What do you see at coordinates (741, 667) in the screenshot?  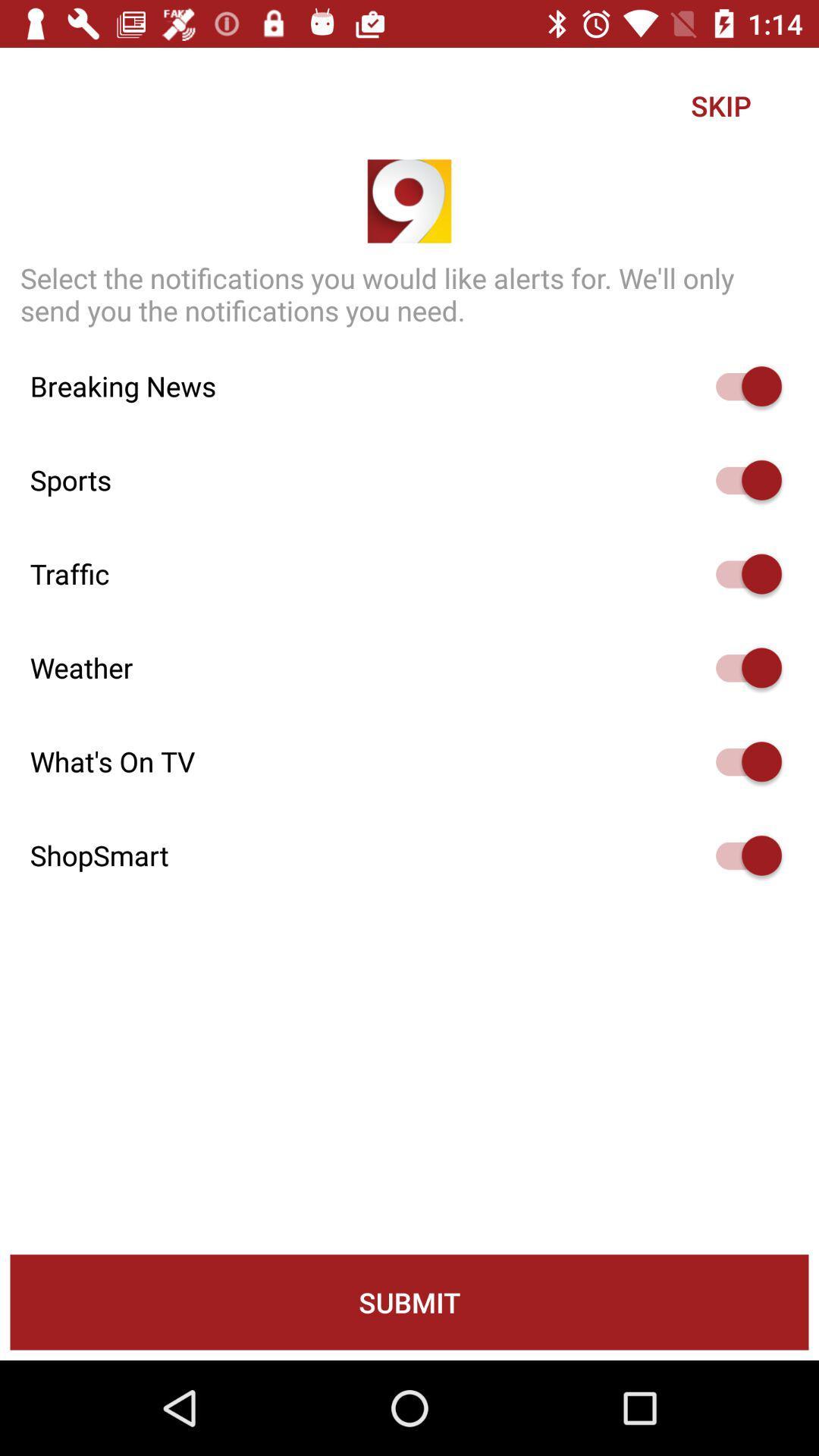 I see `unselect weather` at bounding box center [741, 667].